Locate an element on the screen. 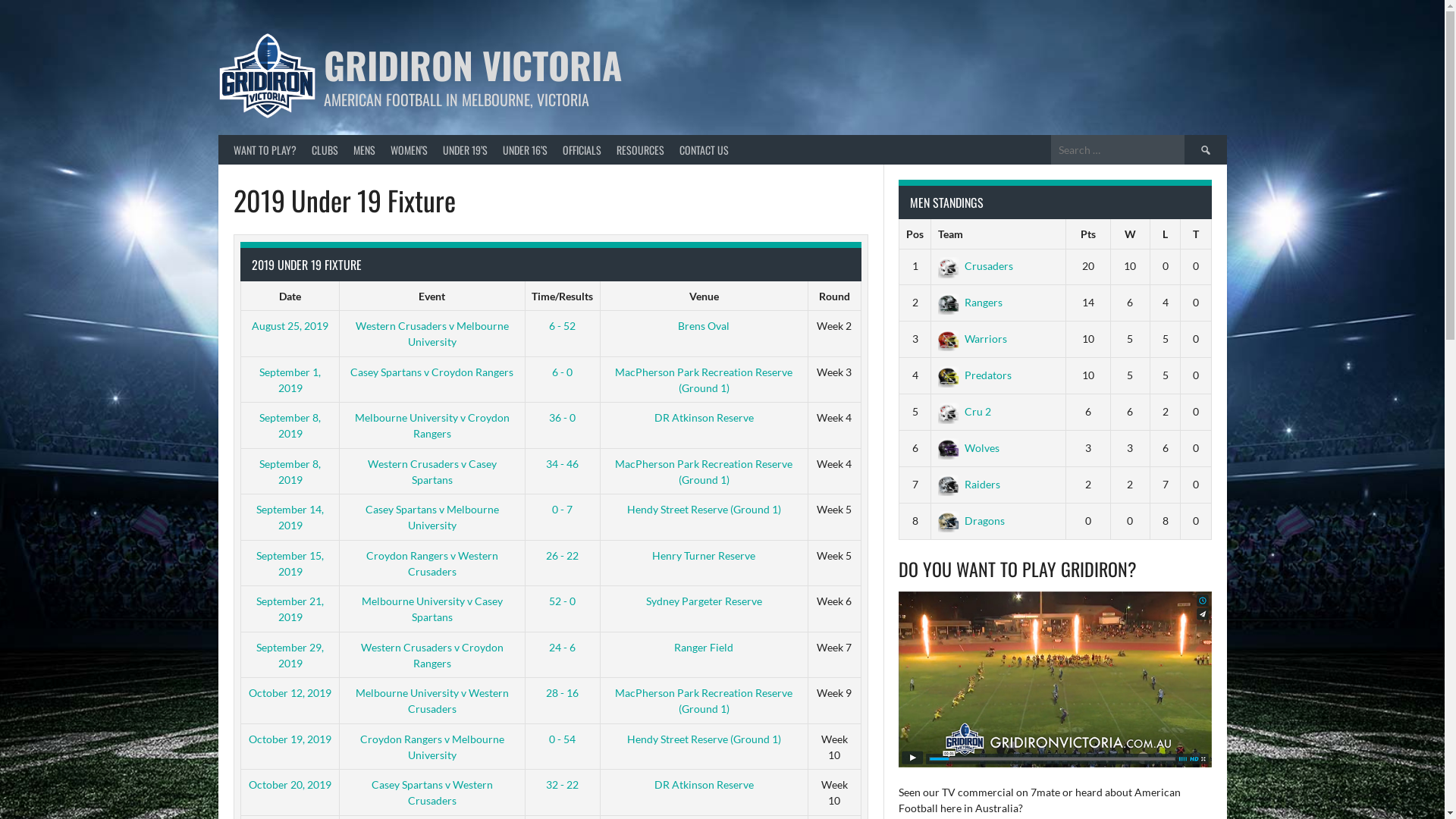 This screenshot has height=819, width=1456. 'Cru 2' is located at coordinates (964, 411).